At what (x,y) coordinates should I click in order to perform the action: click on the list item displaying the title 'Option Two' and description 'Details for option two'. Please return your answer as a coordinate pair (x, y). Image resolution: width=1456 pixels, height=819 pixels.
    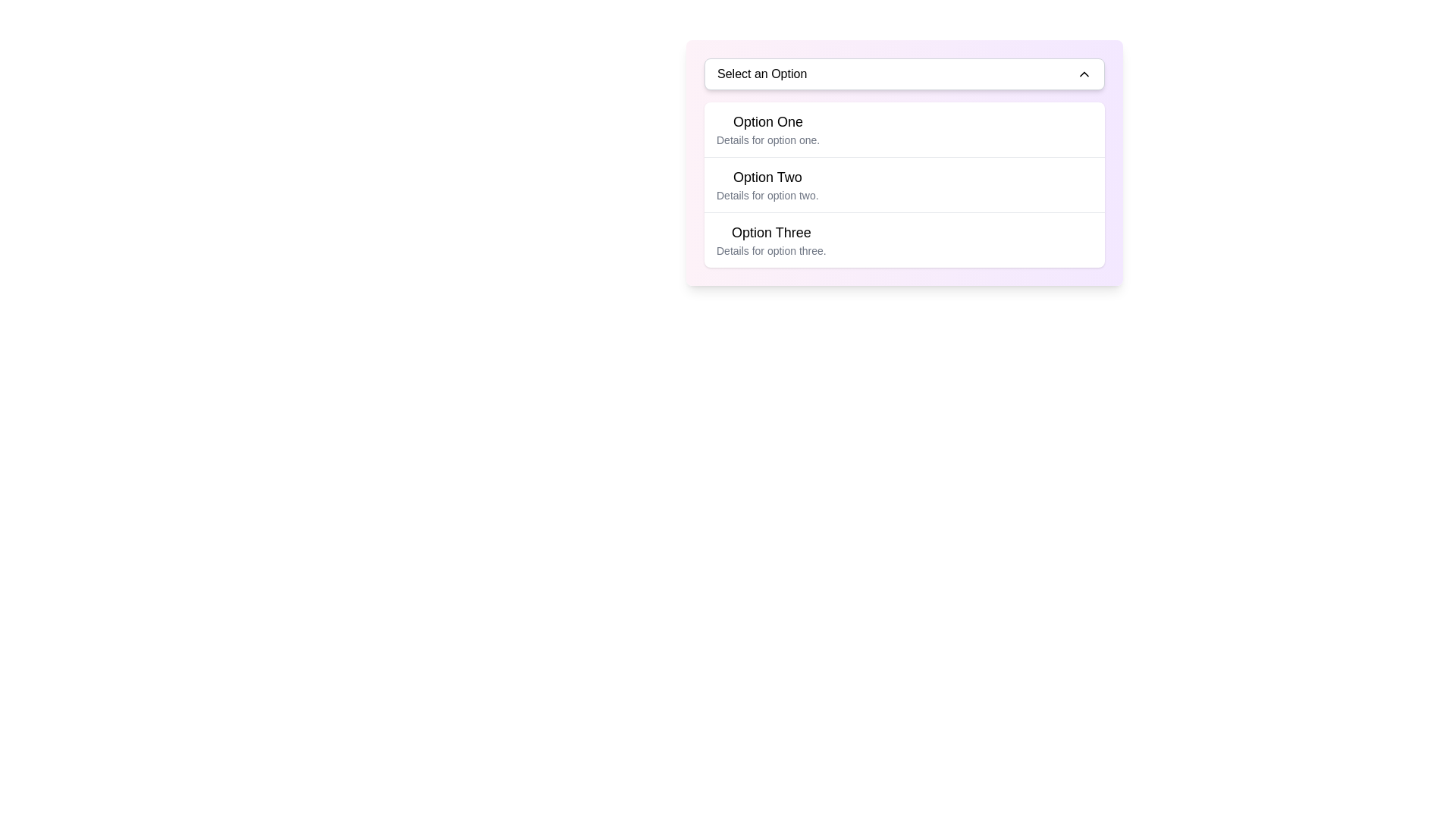
    Looking at the image, I should click on (905, 184).